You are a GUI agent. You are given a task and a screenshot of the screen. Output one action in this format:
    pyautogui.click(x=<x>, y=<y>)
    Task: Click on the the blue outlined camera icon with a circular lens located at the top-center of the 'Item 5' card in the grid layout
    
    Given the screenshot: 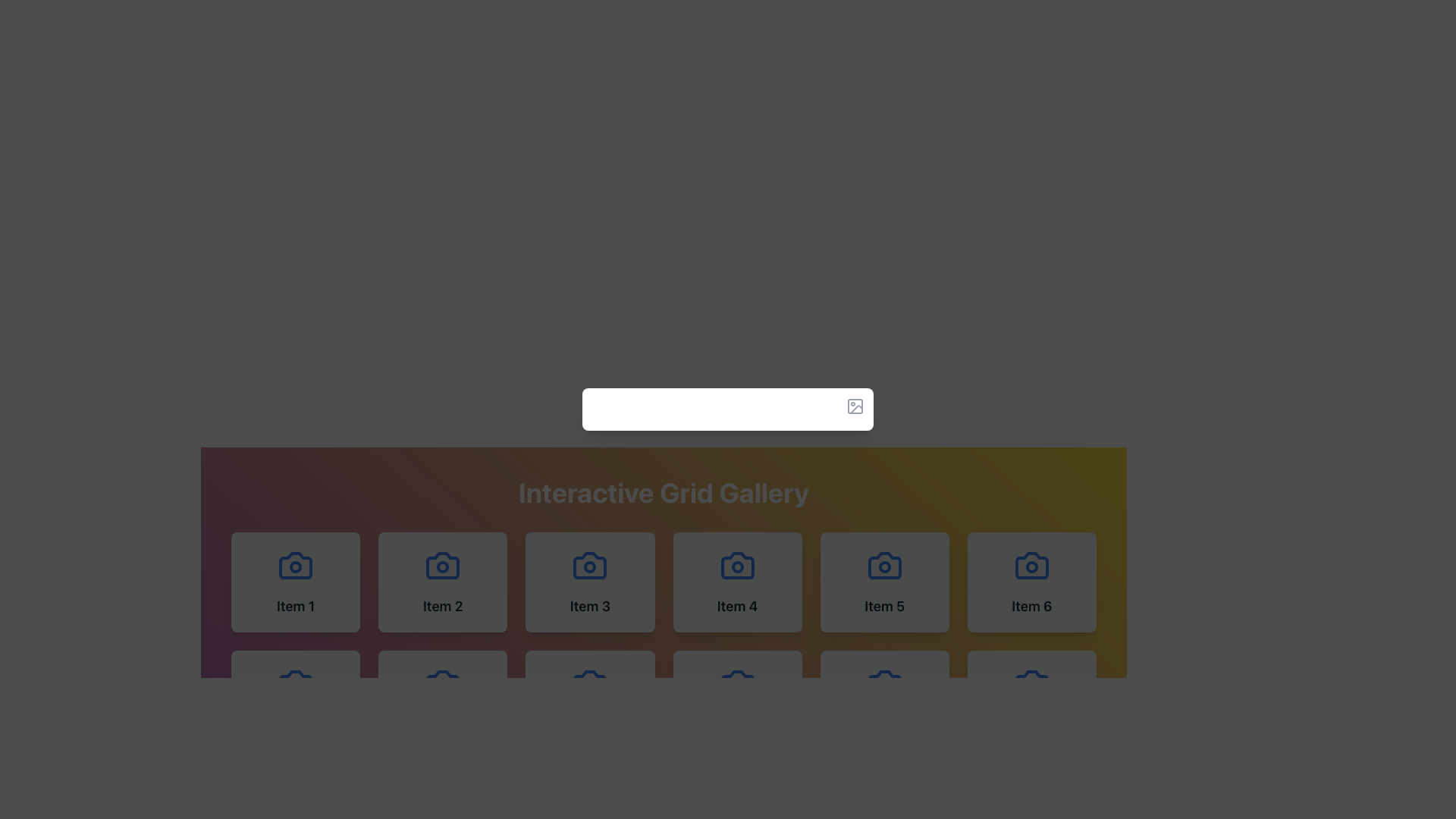 What is the action you would take?
    pyautogui.click(x=884, y=565)
    